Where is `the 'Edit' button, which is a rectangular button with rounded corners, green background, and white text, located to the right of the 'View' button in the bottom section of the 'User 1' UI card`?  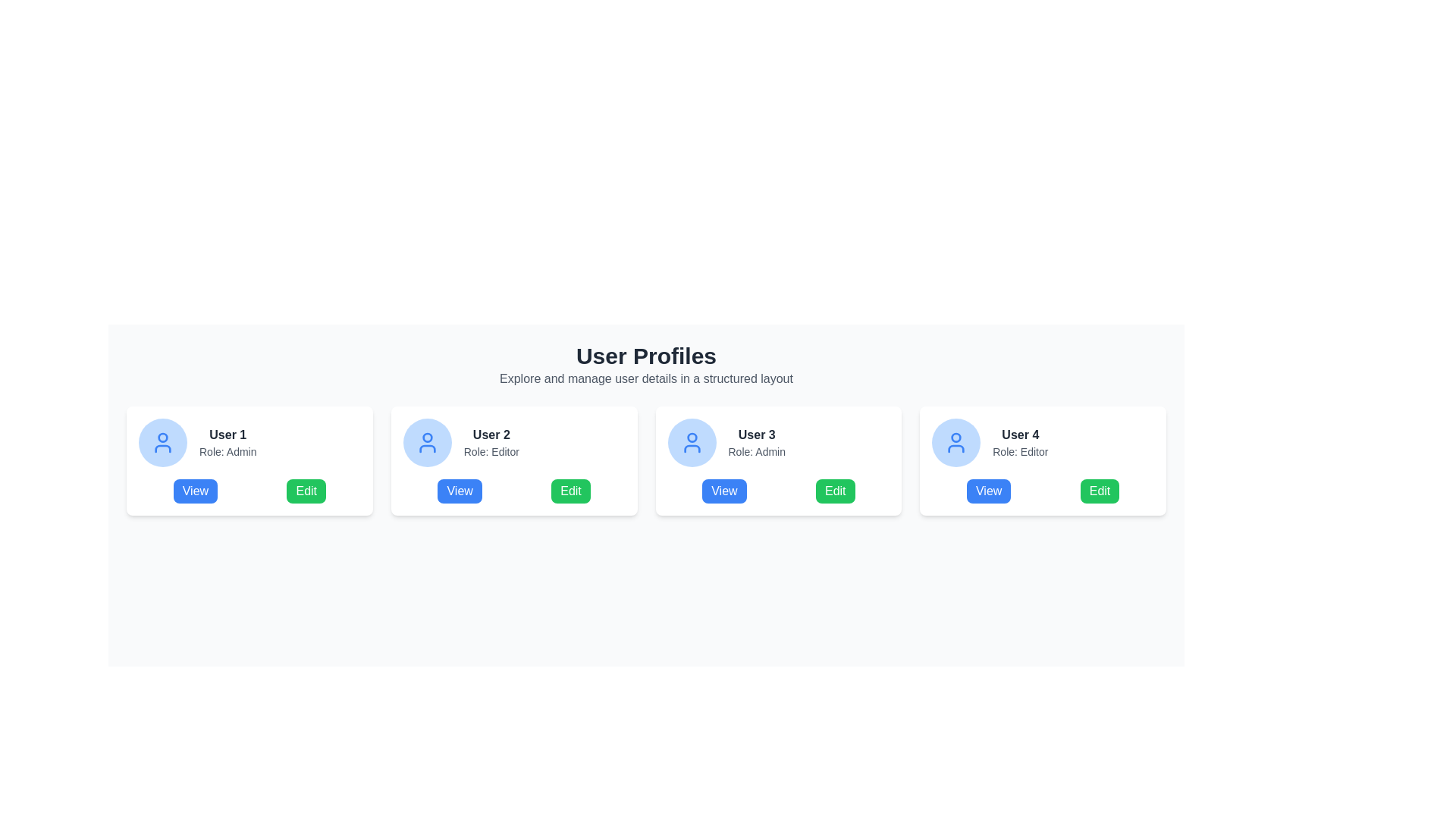 the 'Edit' button, which is a rectangular button with rounded corners, green background, and white text, located to the right of the 'View' button in the bottom section of the 'User 1' UI card is located at coordinates (305, 491).